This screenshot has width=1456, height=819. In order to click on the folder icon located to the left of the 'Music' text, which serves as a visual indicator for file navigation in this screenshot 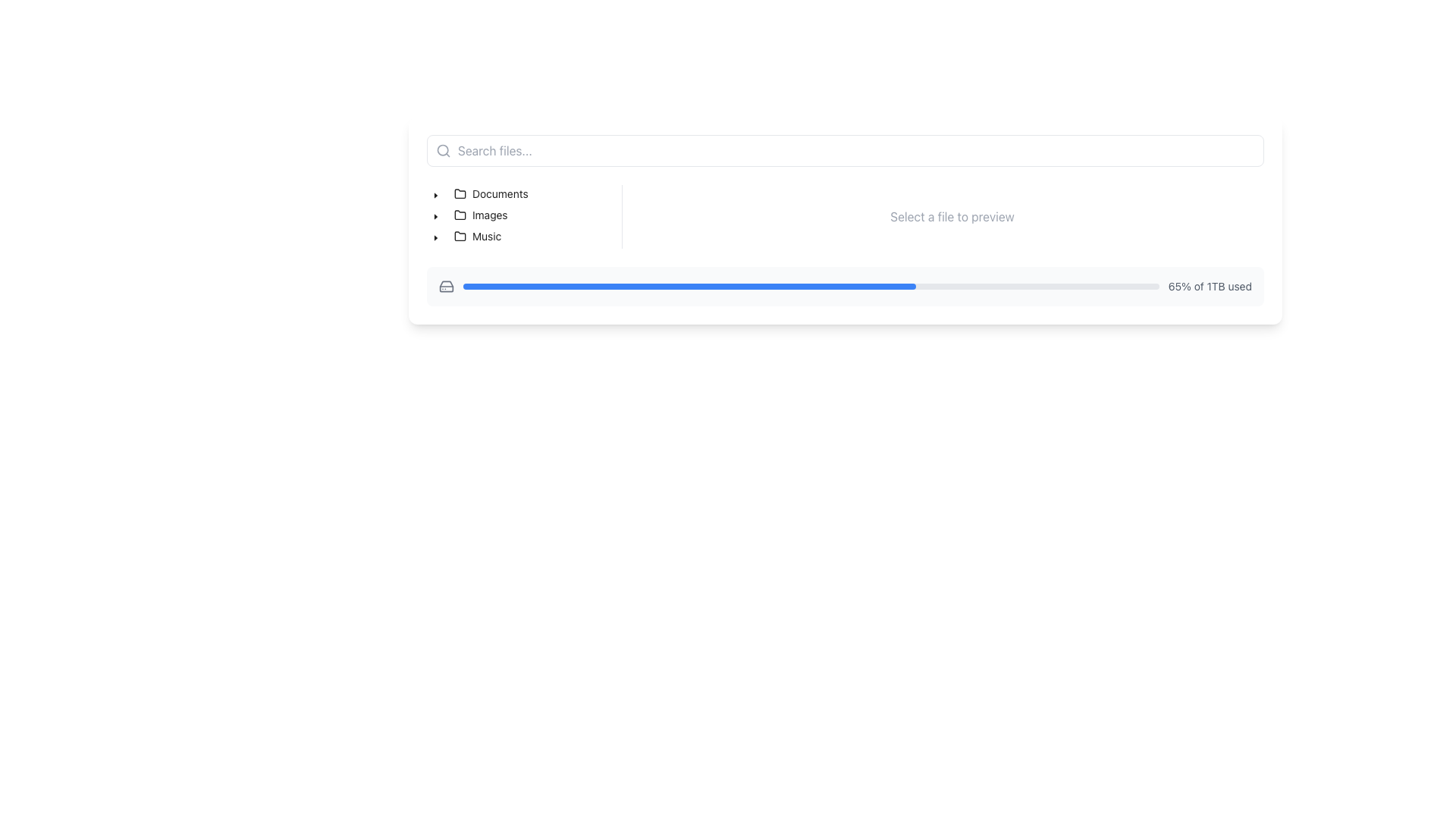, I will do `click(459, 237)`.